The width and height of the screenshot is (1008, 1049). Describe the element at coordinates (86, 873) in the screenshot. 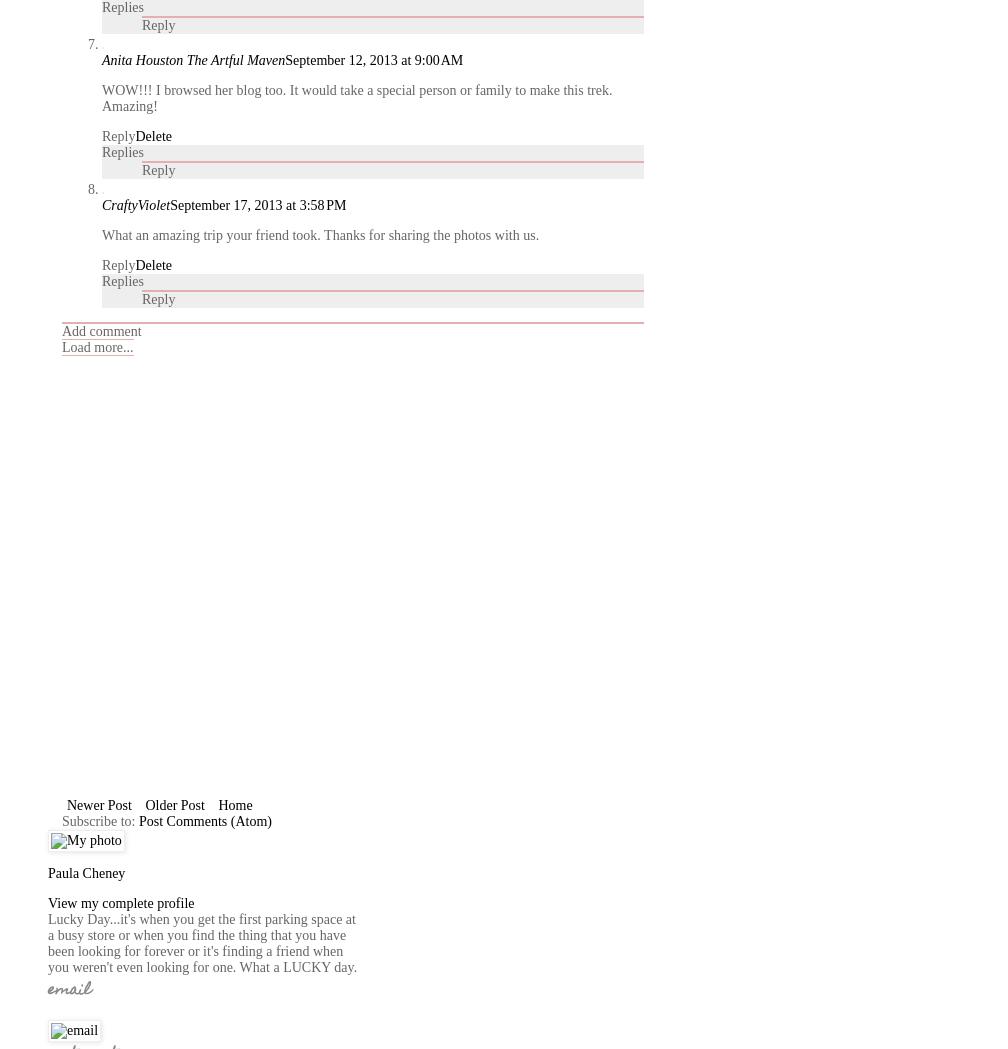

I see `'Paula Cheney'` at that location.